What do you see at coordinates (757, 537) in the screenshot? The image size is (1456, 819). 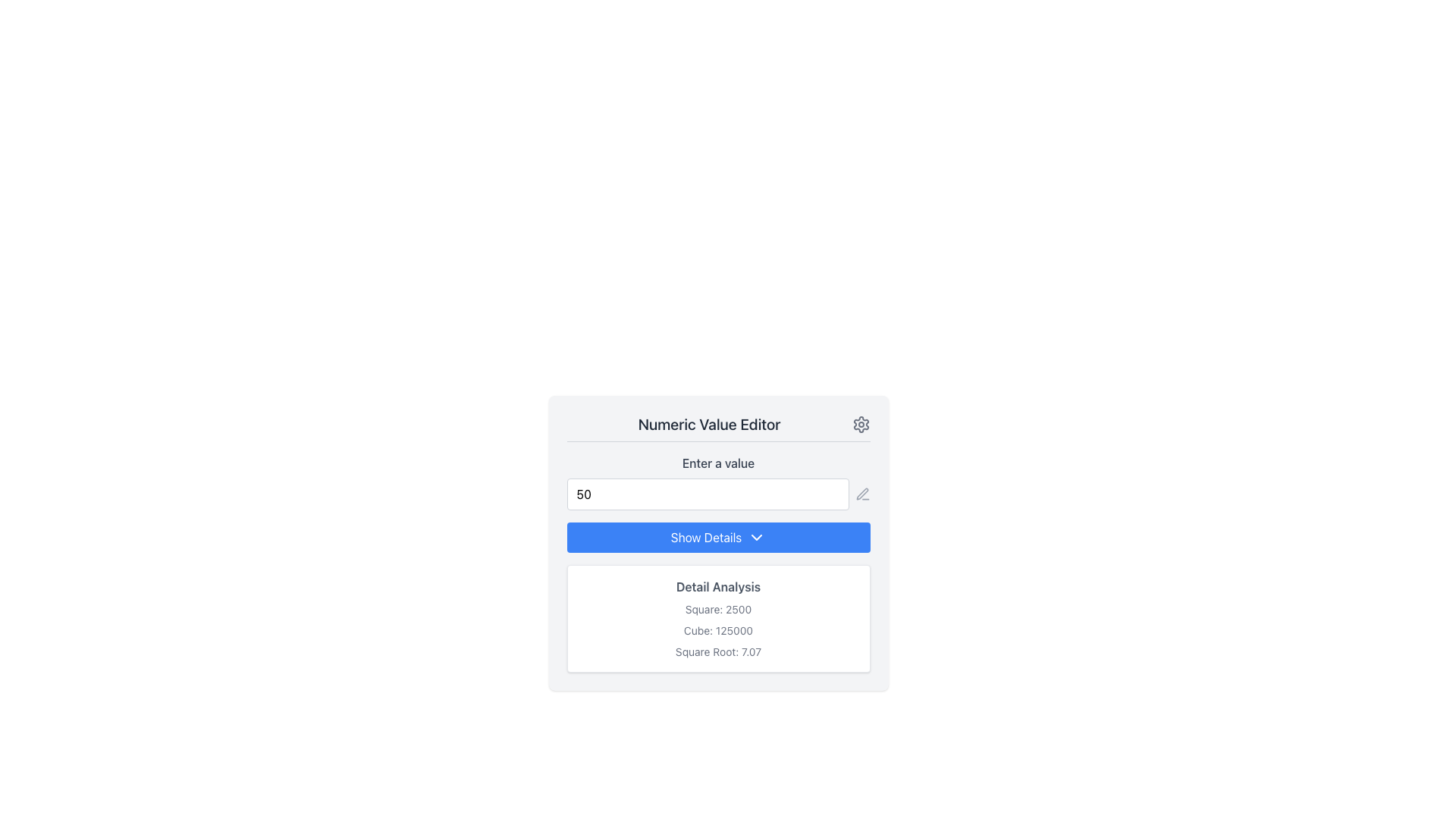 I see `the rightward-pointing chevron icon inside the blue 'Show Details' button, indicating a toggle functionality` at bounding box center [757, 537].